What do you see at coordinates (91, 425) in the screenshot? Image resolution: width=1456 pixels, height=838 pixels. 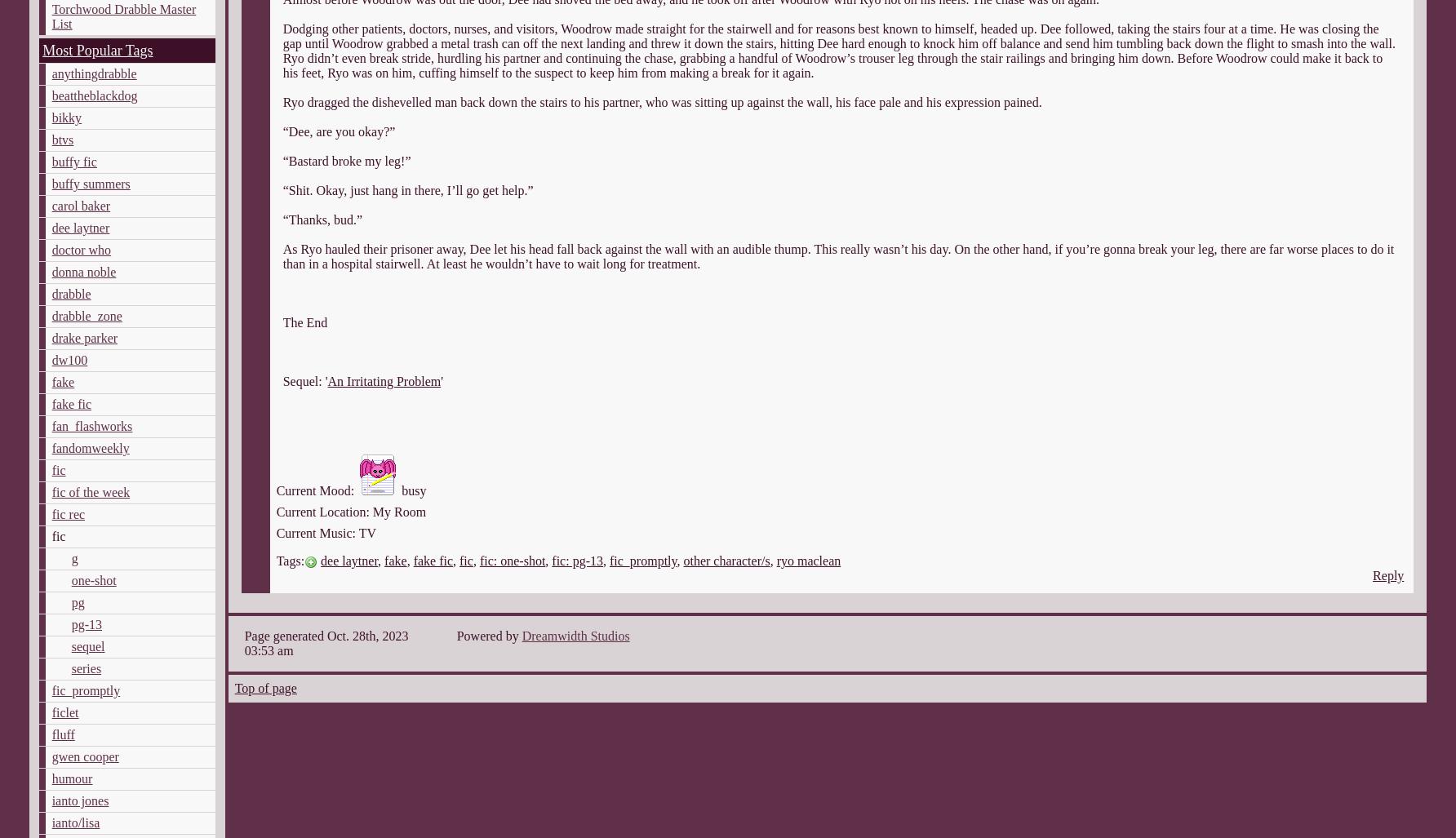 I see `'fan_flashworks'` at bounding box center [91, 425].